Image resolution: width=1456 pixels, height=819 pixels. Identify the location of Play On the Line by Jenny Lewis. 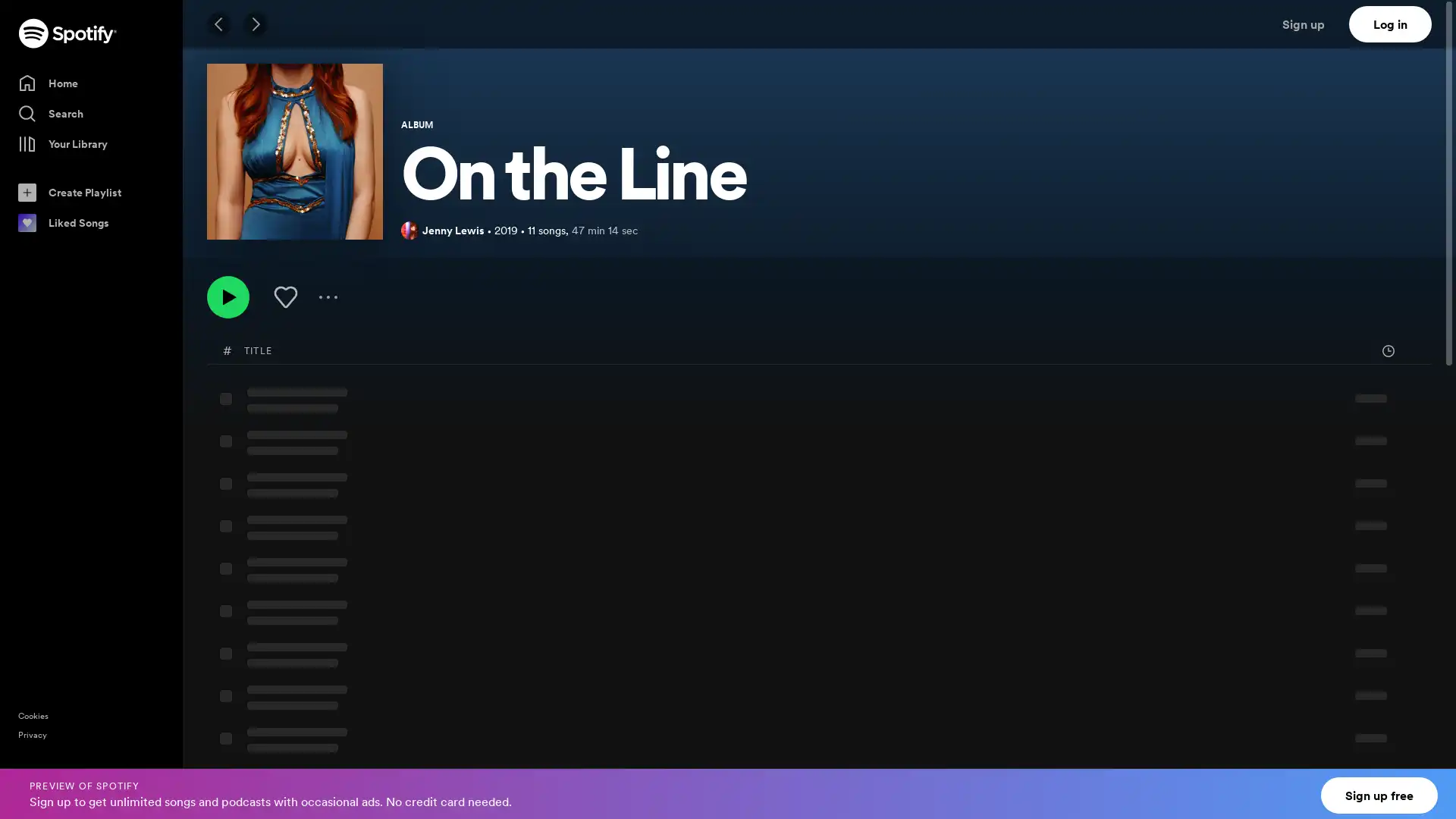
(225, 780).